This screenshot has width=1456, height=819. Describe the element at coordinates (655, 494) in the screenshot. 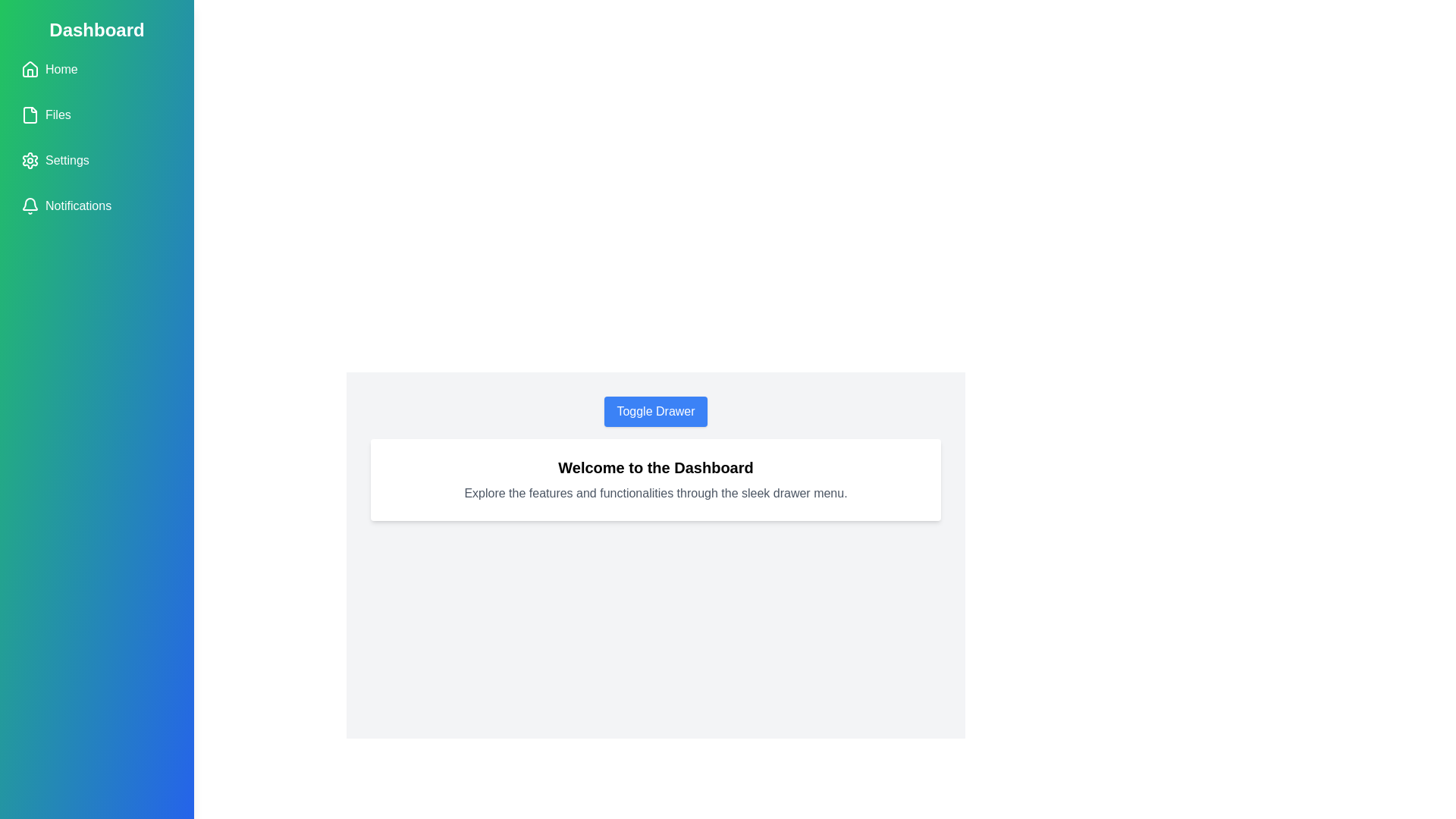

I see `the informational text to select it` at that location.